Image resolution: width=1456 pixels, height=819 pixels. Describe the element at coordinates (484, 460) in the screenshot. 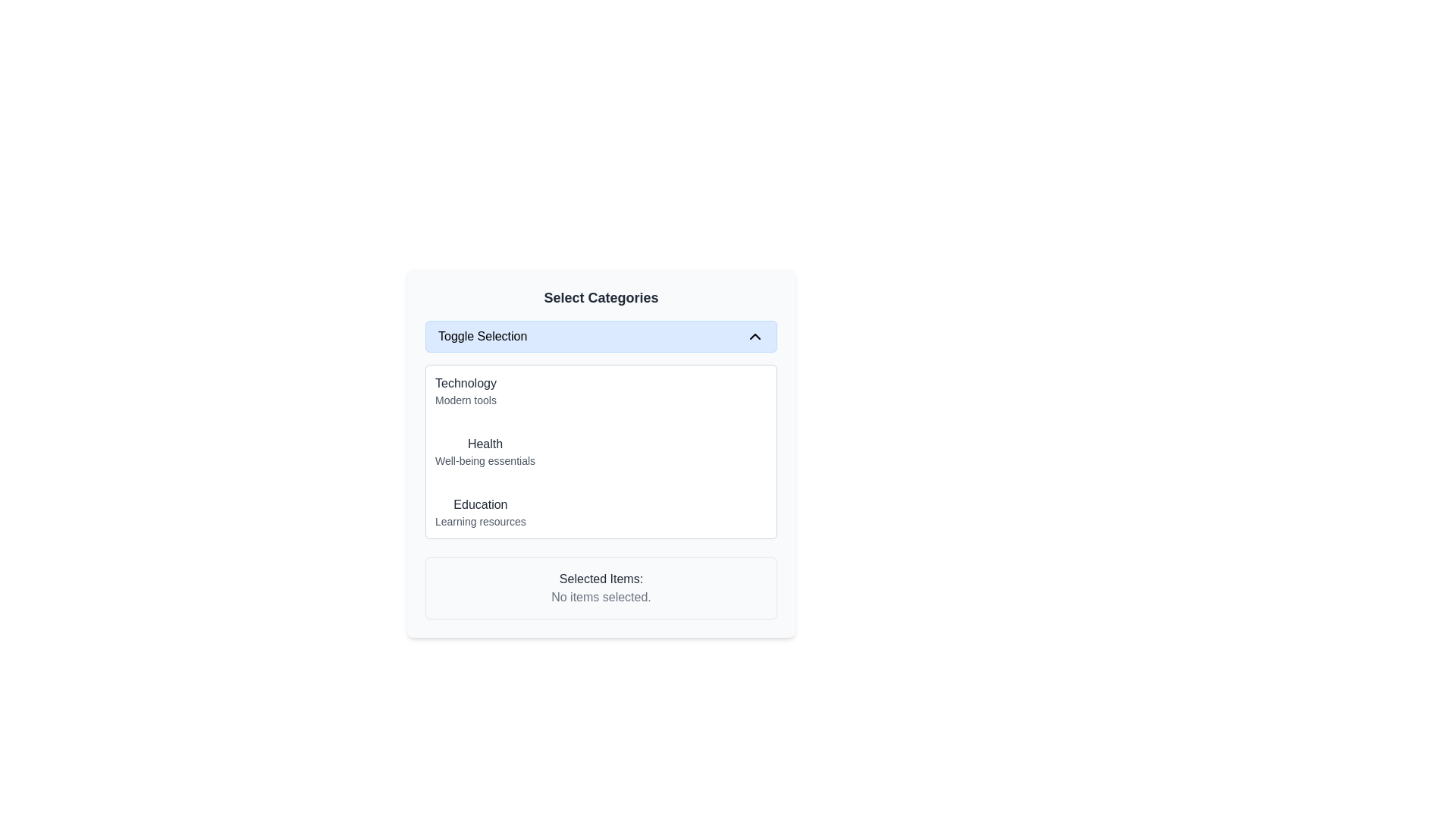

I see `the text label displaying 'Well-being essentials' which is positioned below the 'Health' heading in the categorized selection interface` at that location.